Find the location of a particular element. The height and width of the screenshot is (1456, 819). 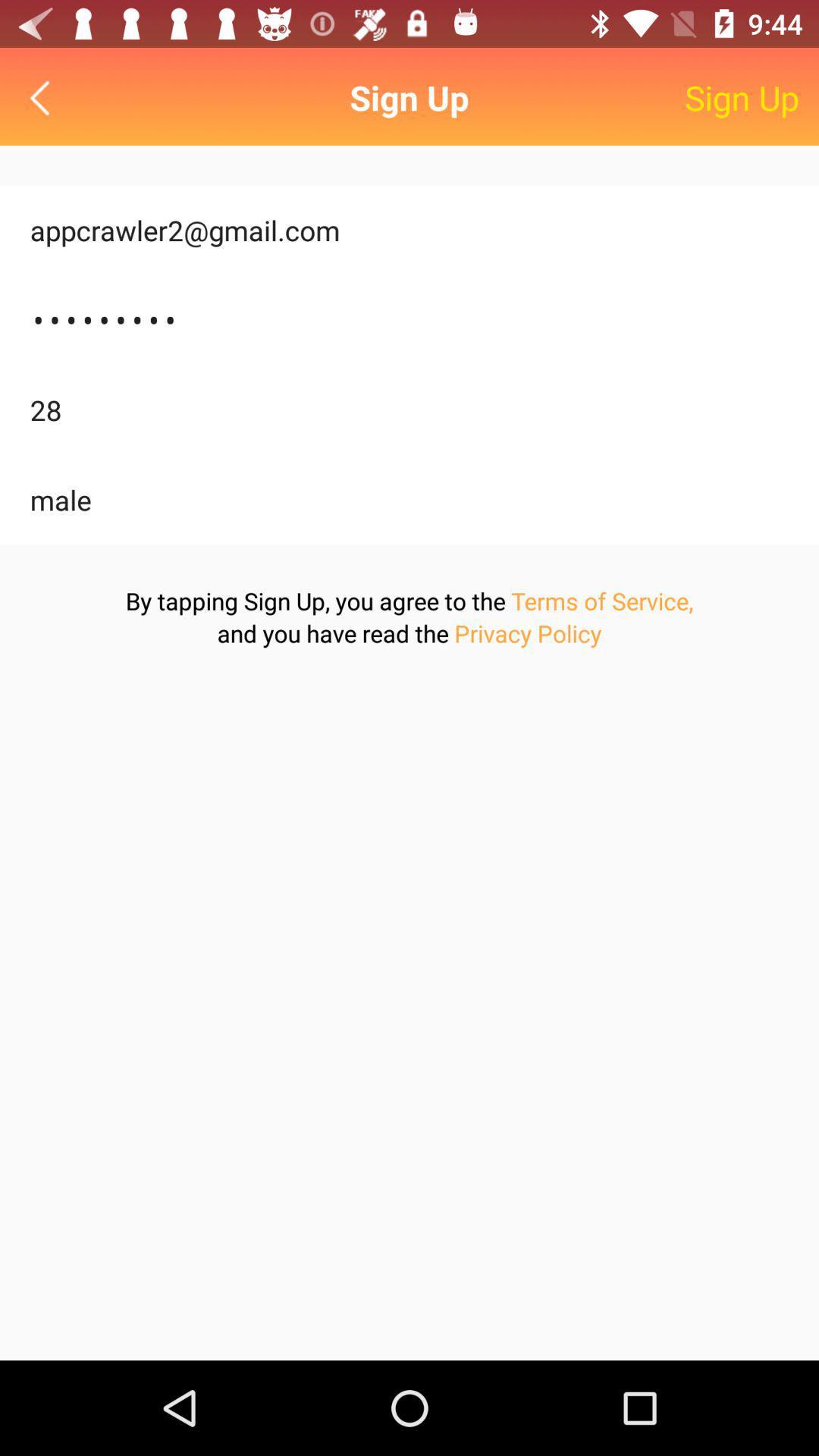

back button is located at coordinates (42, 97).